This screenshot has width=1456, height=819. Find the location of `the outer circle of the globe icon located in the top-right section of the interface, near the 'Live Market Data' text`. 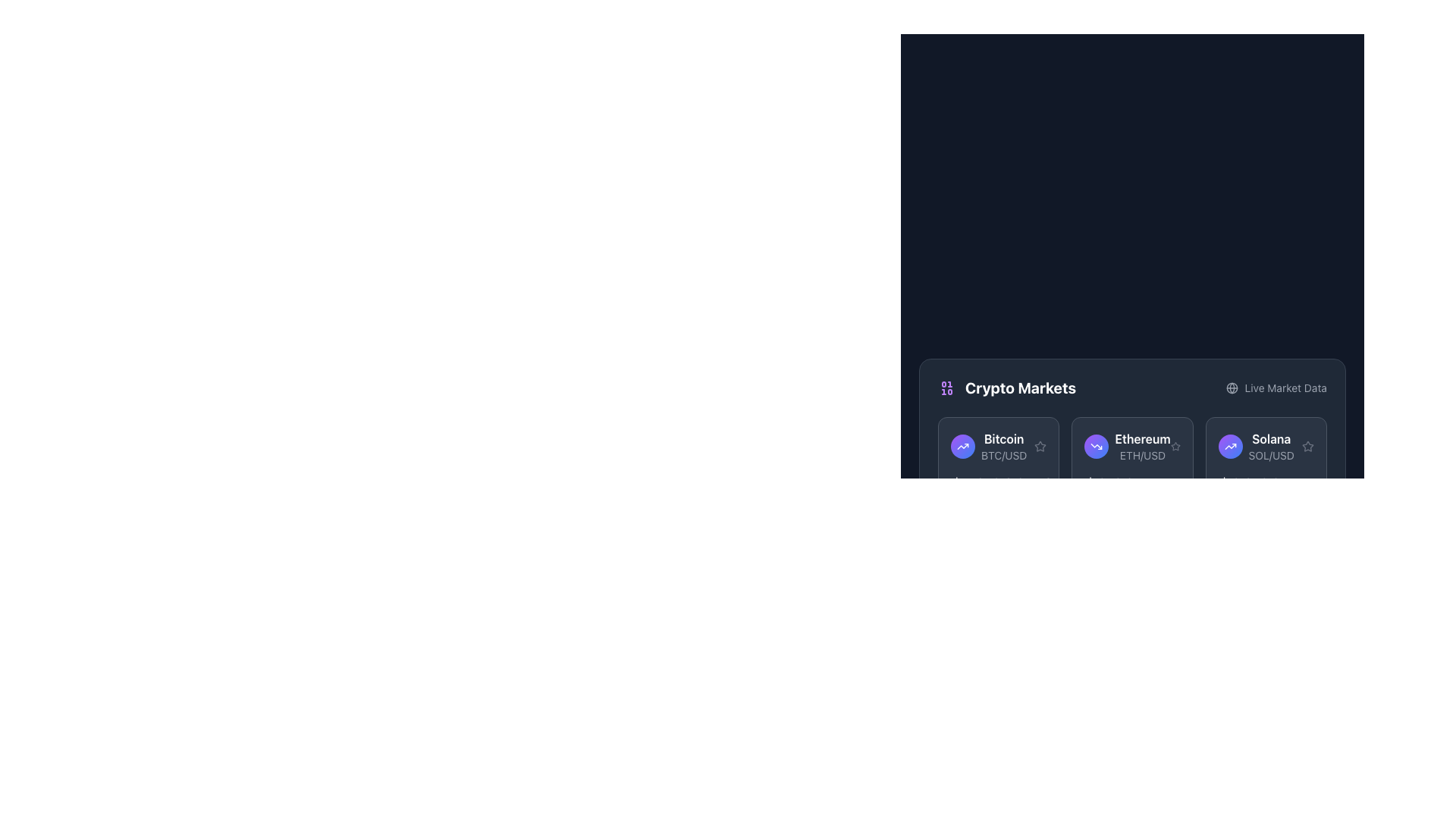

the outer circle of the globe icon located in the top-right section of the interface, near the 'Live Market Data' text is located at coordinates (1232, 388).